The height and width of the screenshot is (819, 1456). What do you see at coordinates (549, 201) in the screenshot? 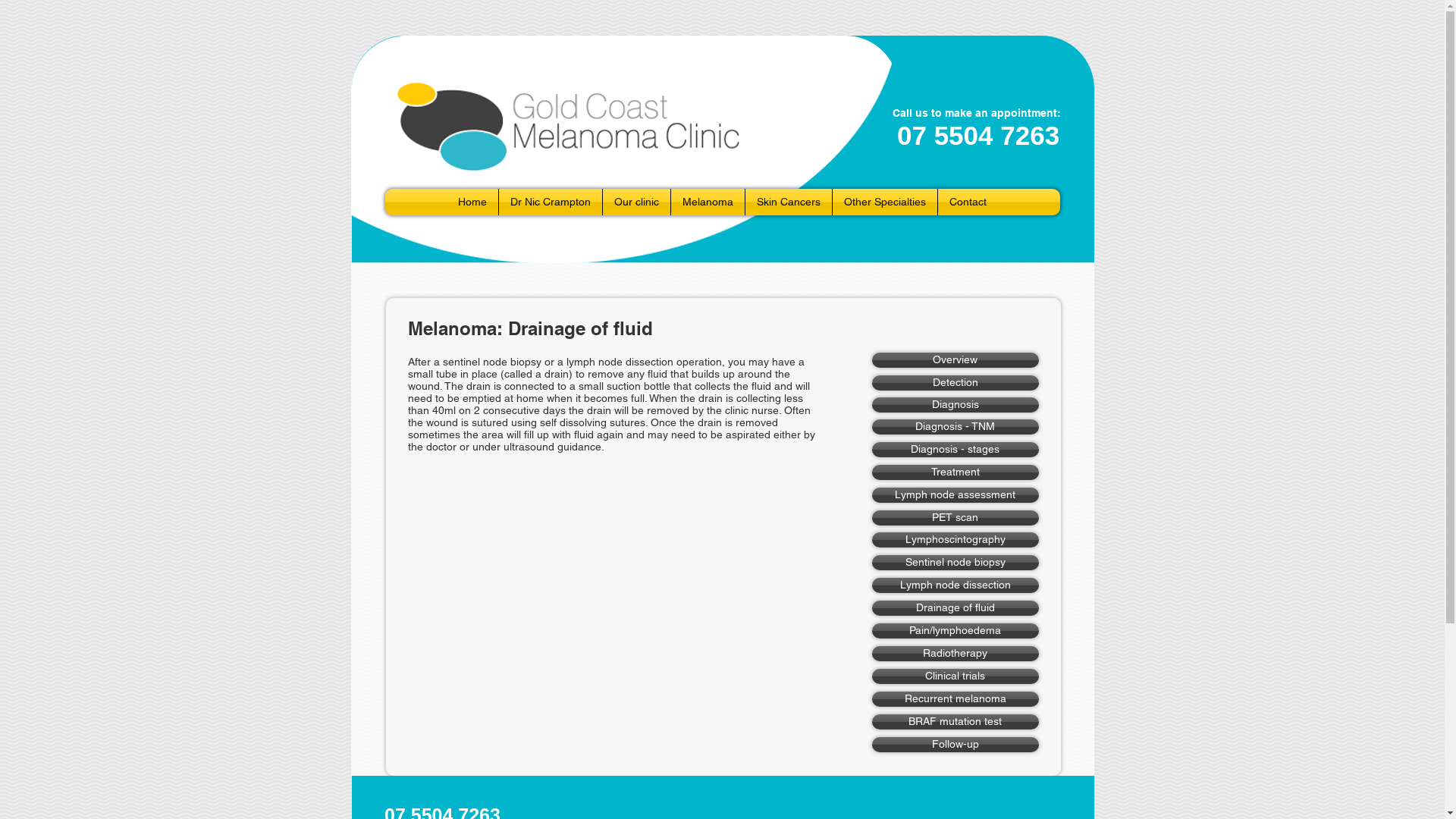
I see `'Dr Nic Crampton'` at bounding box center [549, 201].